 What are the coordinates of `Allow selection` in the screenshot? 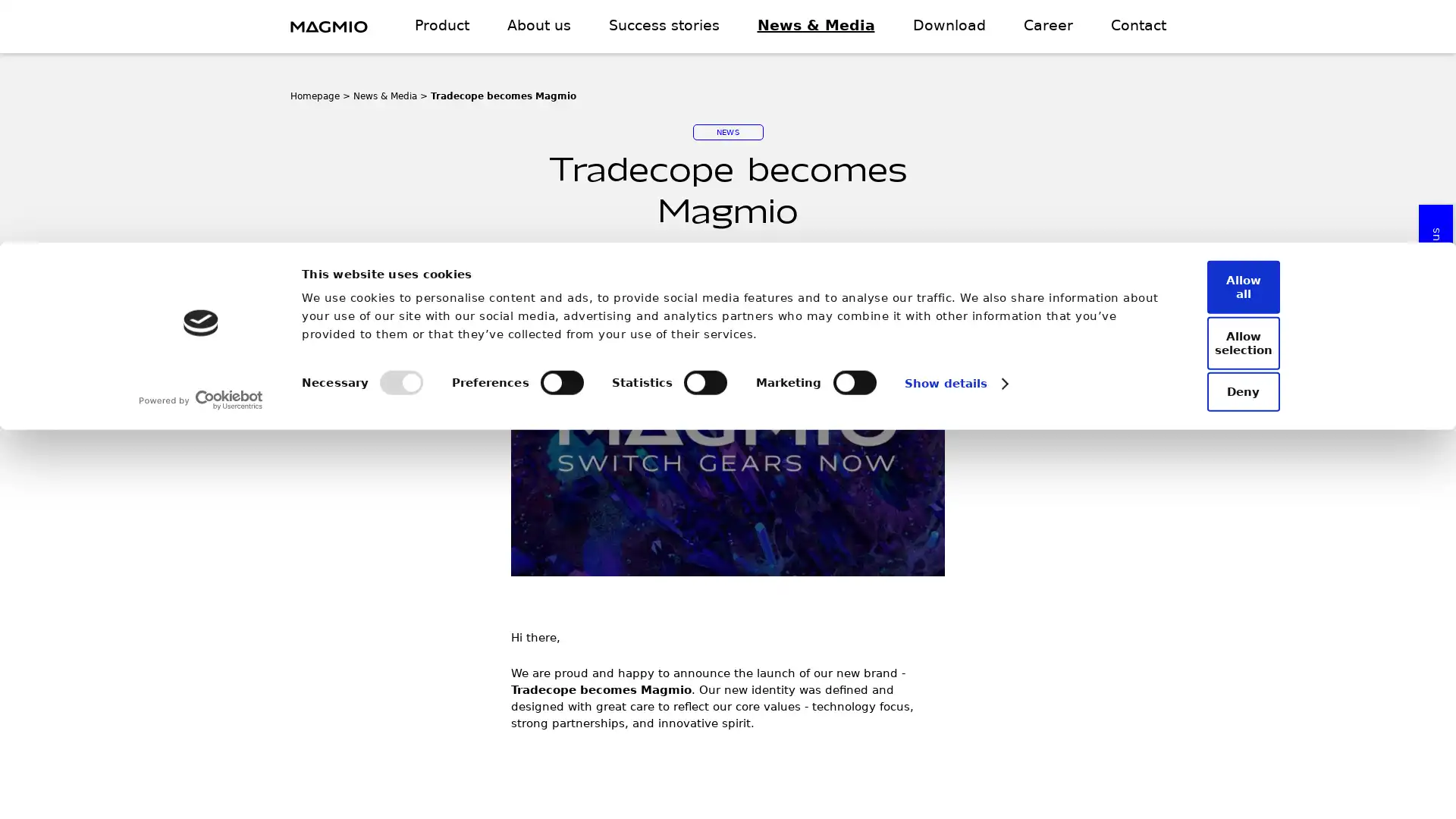 It's located at (1226, 730).